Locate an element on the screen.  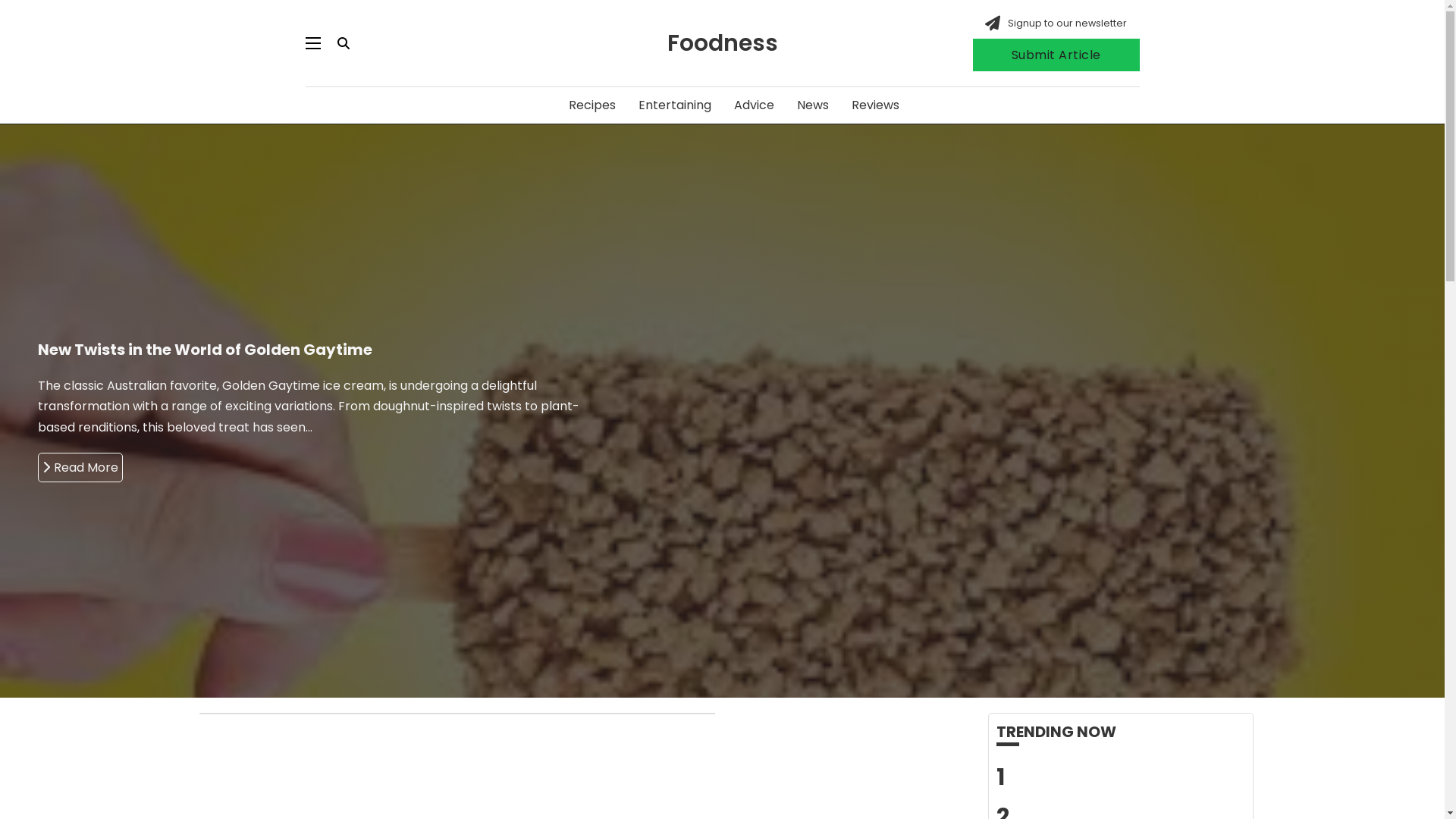
'Submit Article' is located at coordinates (971, 54).